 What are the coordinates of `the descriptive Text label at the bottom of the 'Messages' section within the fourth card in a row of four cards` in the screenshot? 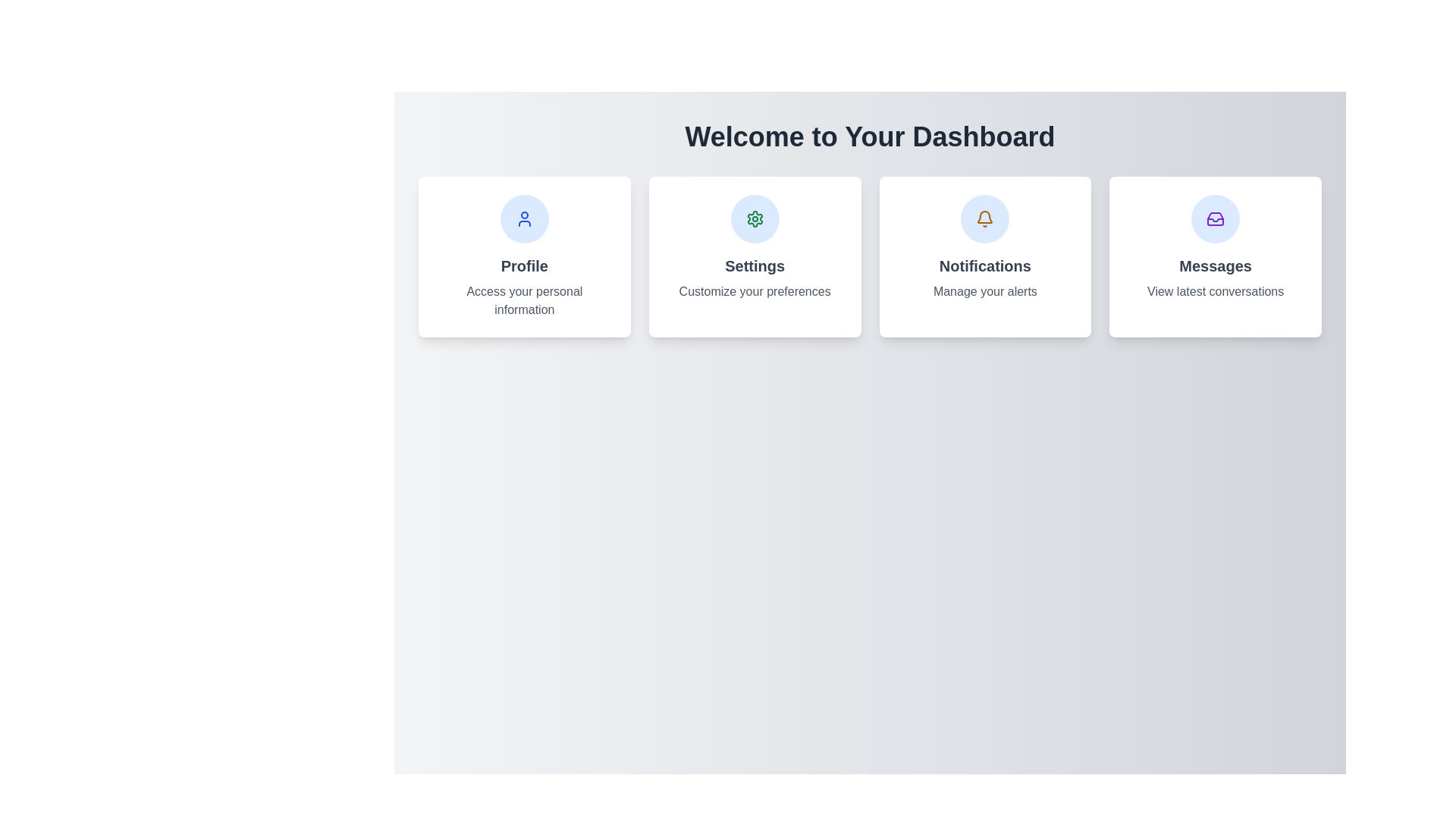 It's located at (1216, 292).